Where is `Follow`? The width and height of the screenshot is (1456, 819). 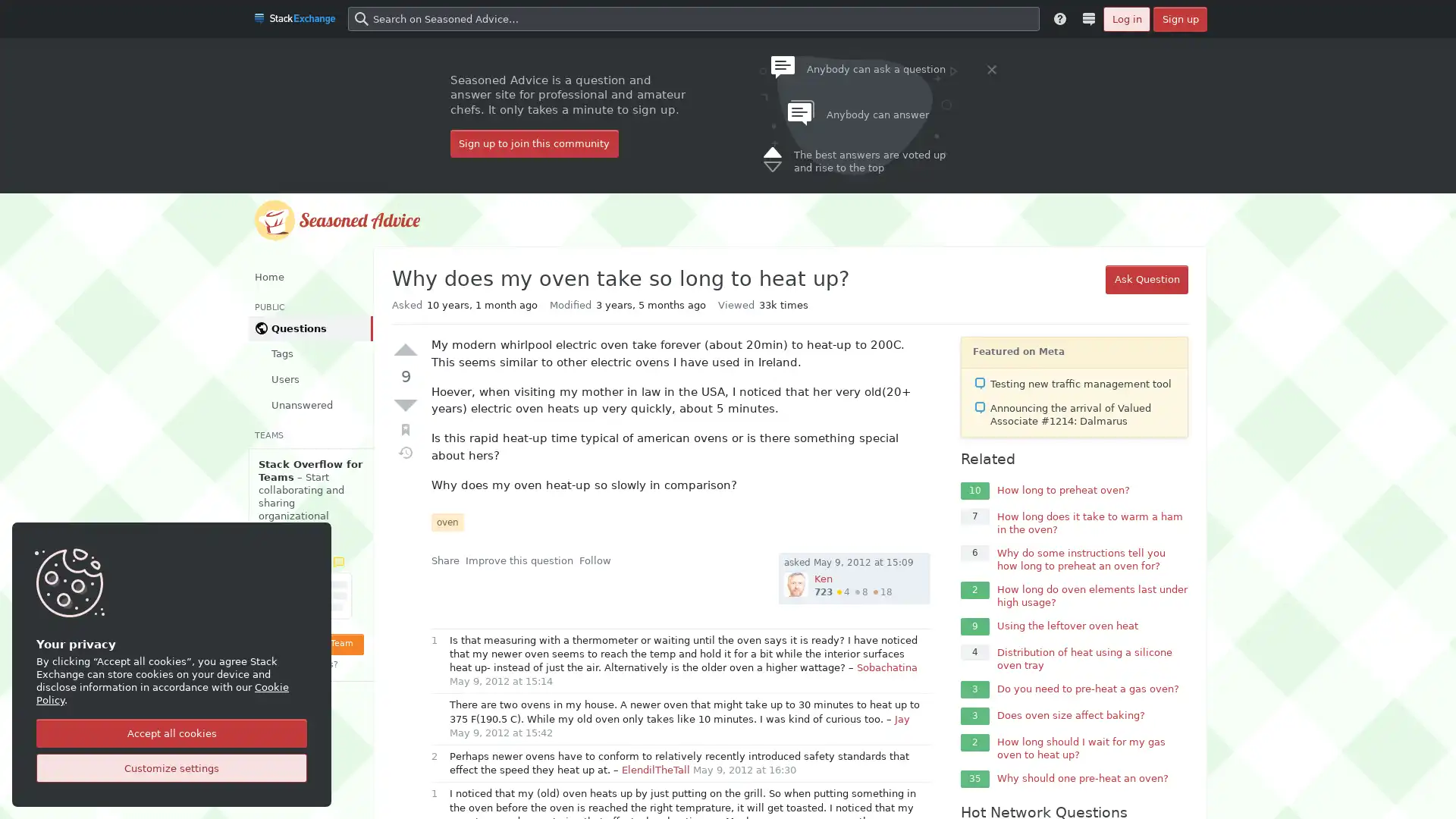 Follow is located at coordinates (595, 560).